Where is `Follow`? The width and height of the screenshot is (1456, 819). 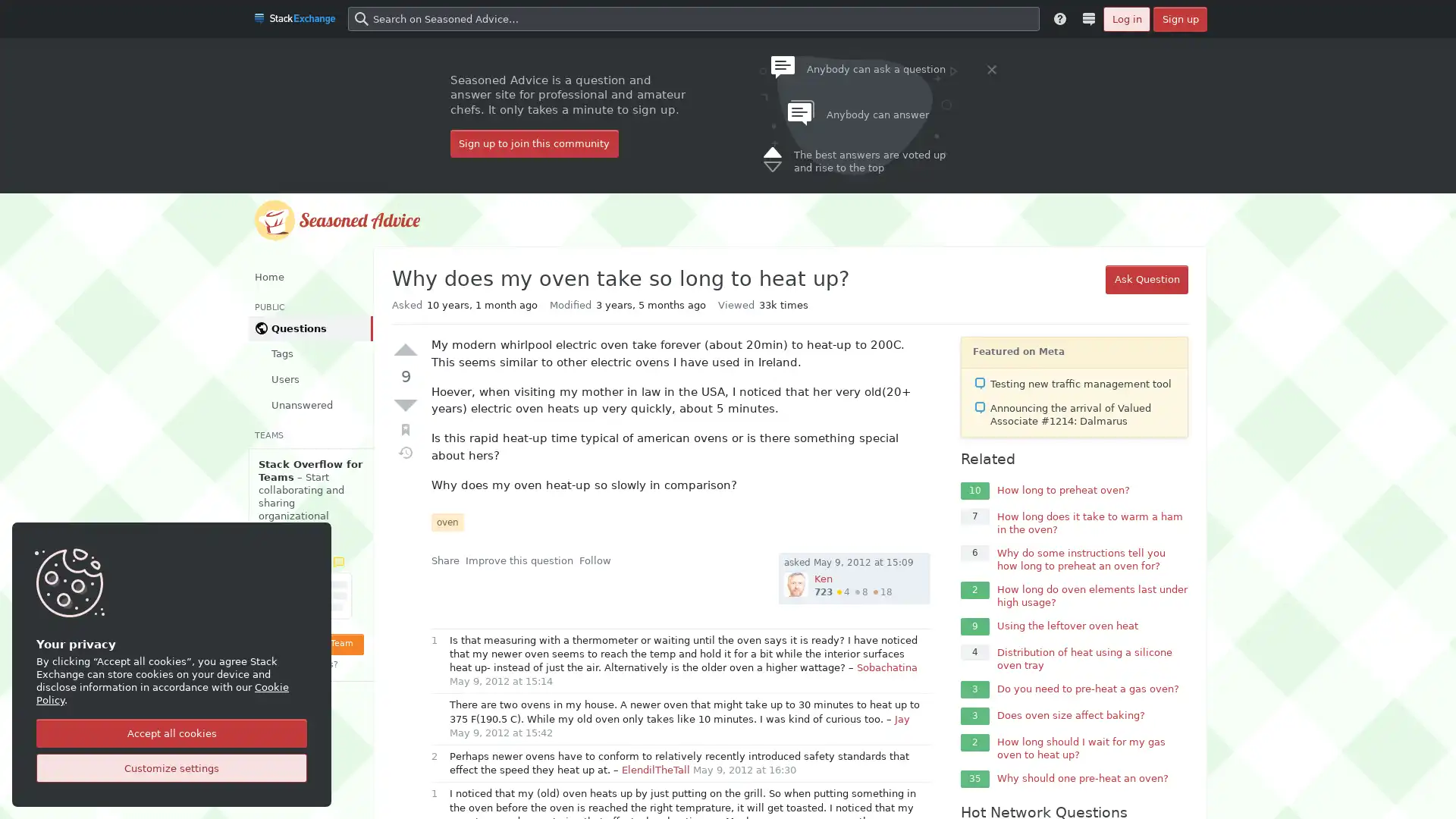 Follow is located at coordinates (595, 560).